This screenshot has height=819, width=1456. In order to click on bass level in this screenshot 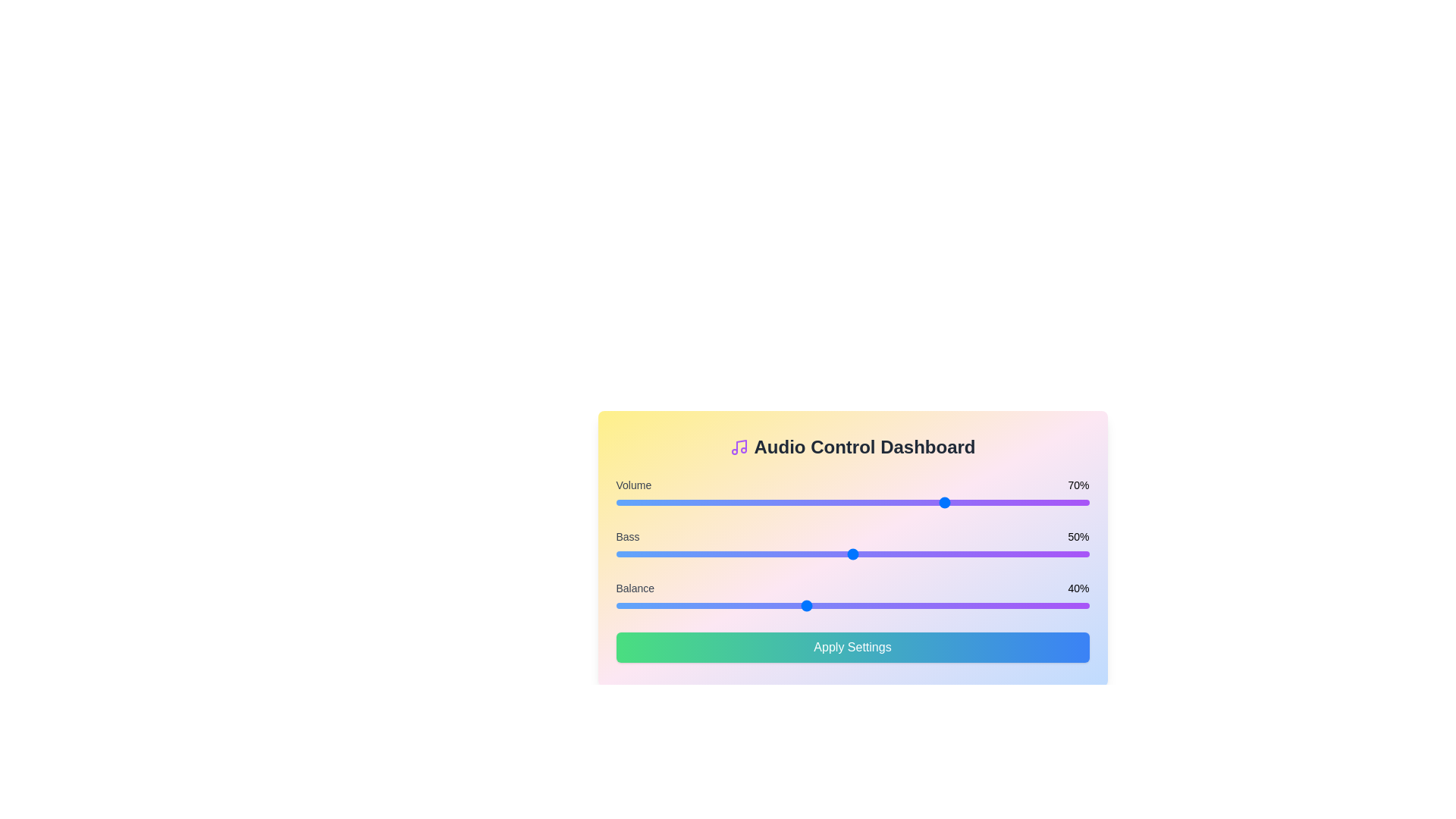, I will do `click(1069, 554)`.